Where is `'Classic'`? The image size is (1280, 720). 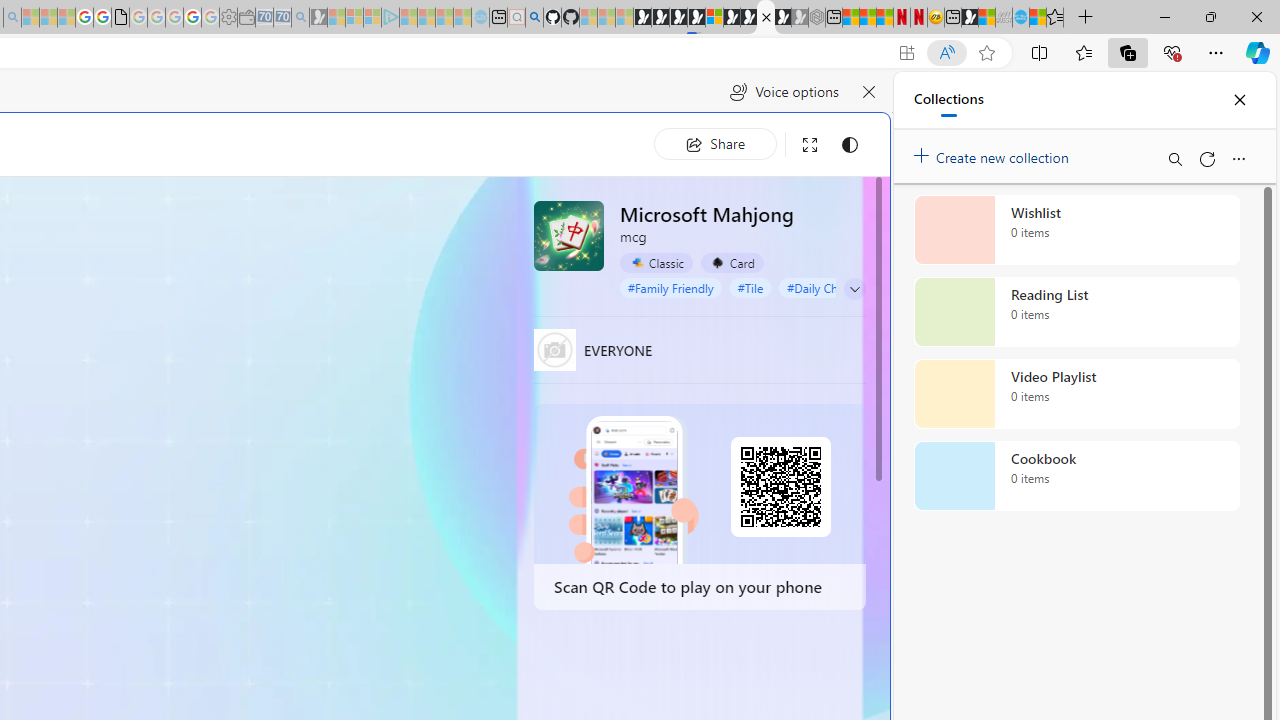 'Classic' is located at coordinates (656, 262).